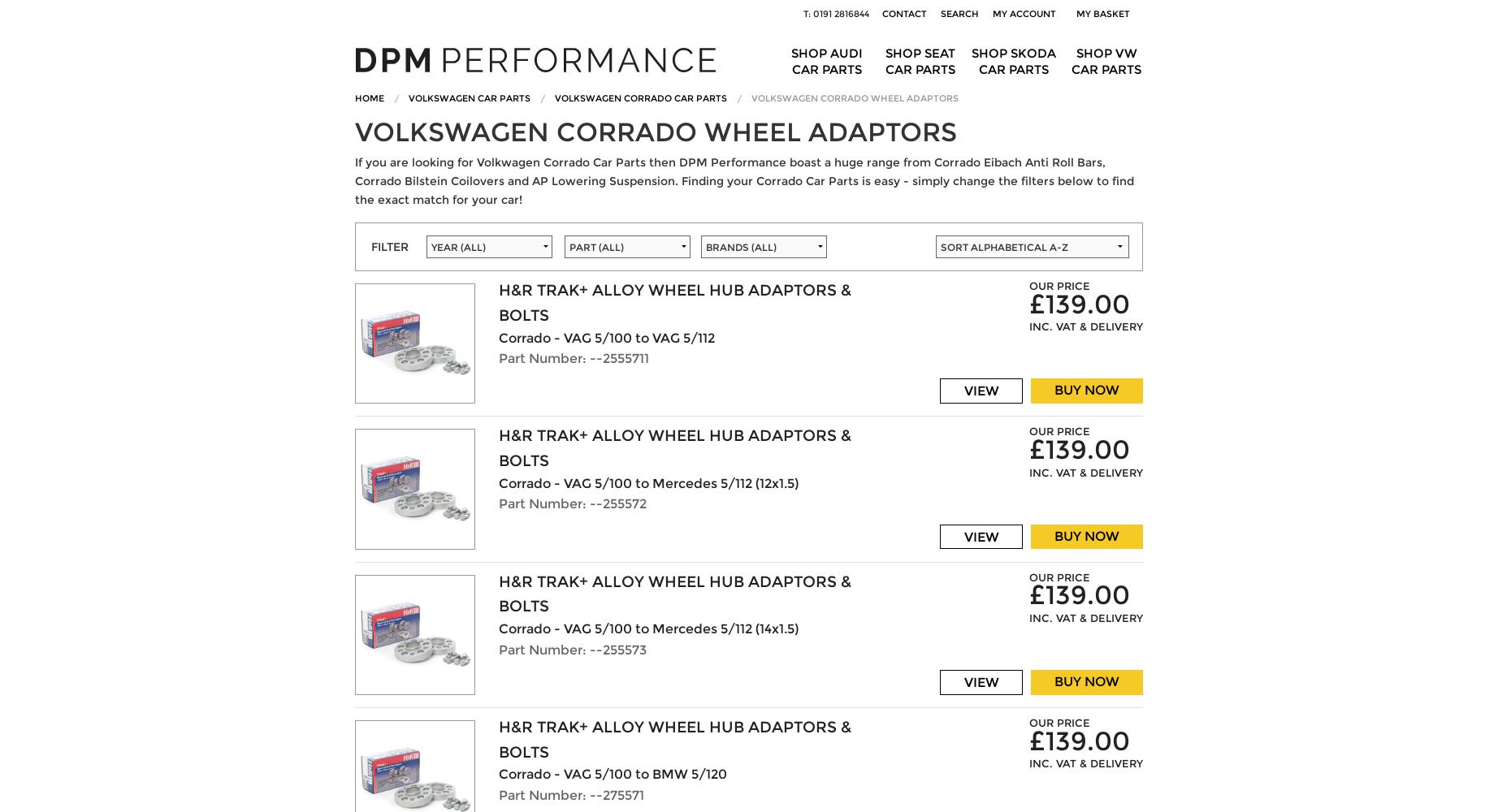  Describe the element at coordinates (469, 97) in the screenshot. I see `'Volkswagen Car Parts'` at that location.